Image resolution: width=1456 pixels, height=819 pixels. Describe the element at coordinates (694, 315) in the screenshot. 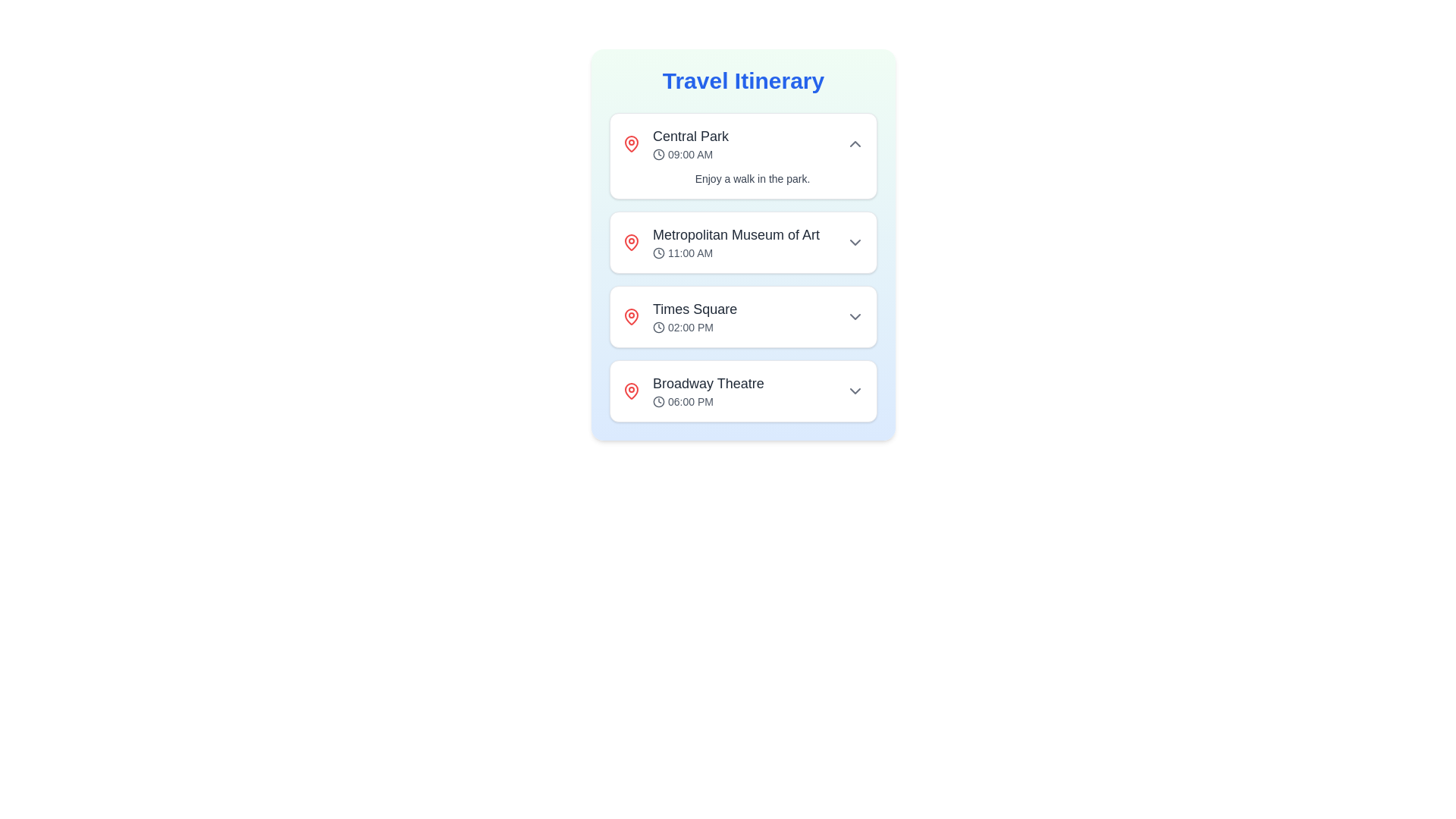

I see `the text element displaying 'Times Square' at 02:00 PM, which is located in the third item of a vertically listed itinerary` at that location.